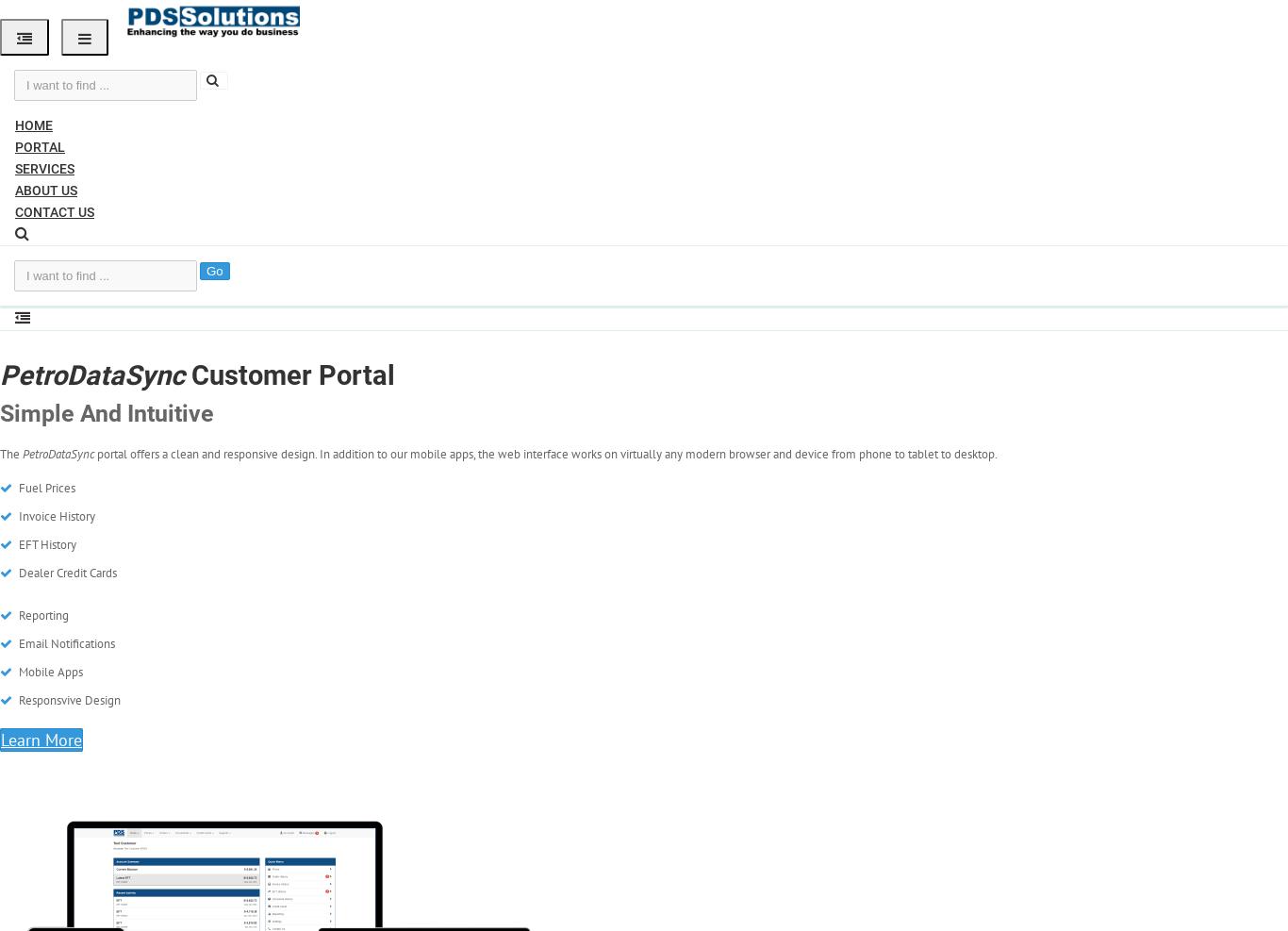 The width and height of the screenshot is (1288, 931). I want to click on 'Go', so click(213, 270).